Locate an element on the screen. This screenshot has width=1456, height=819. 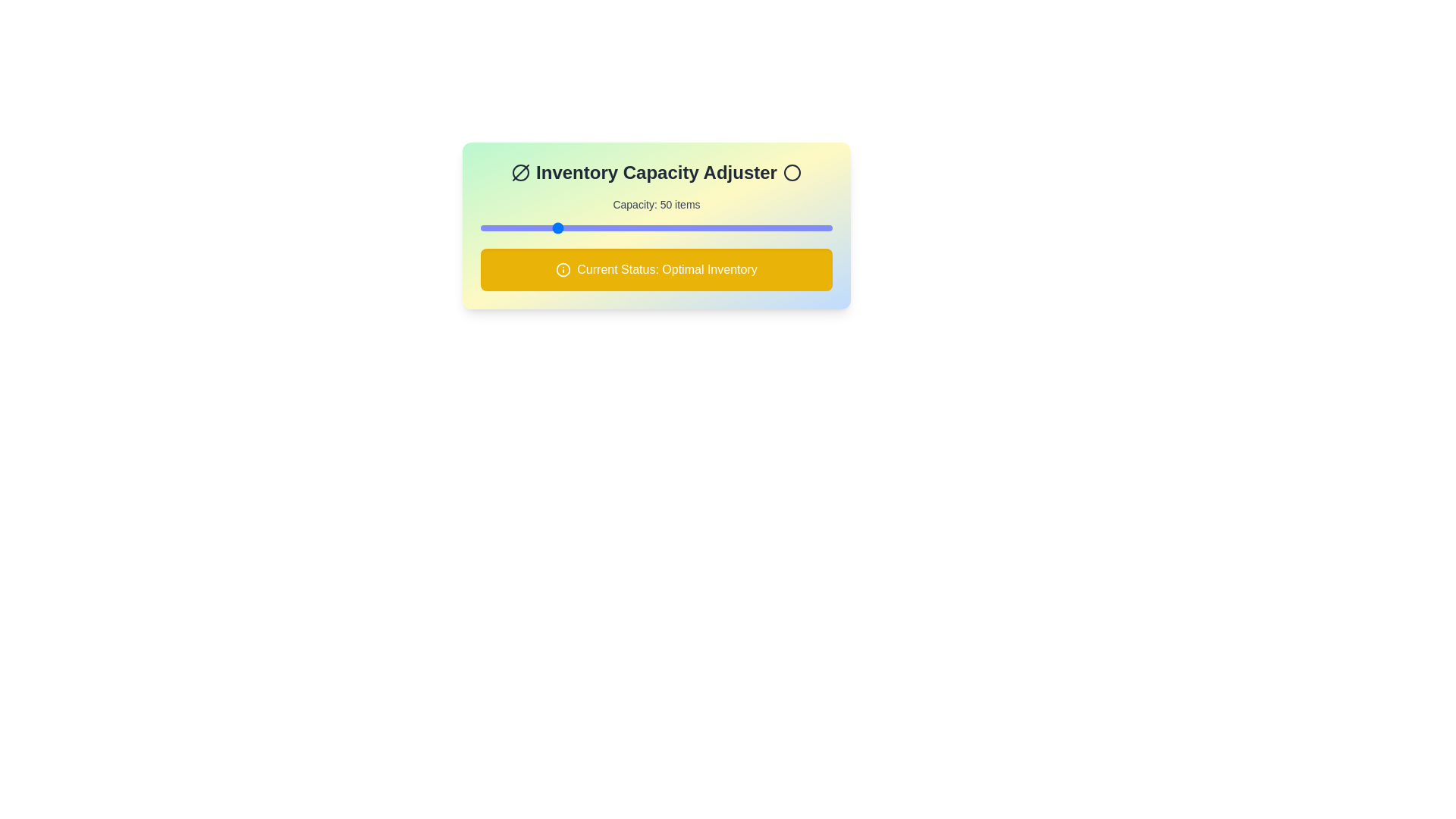
the inventory capacity slider to 107 items is located at coordinates (660, 227).